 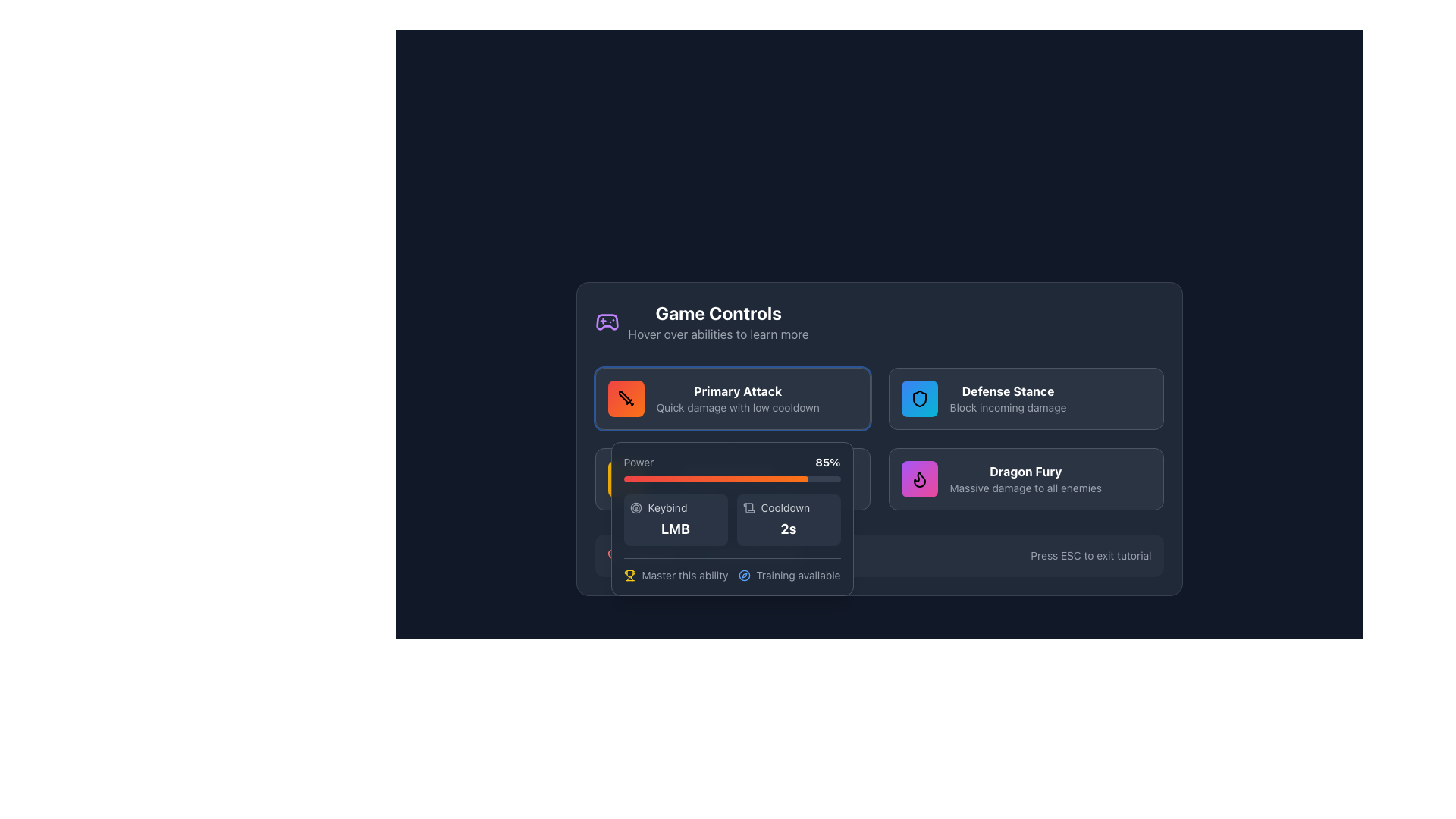 What do you see at coordinates (732, 479) in the screenshot?
I see `the 'Power' progress bar, which visually represents a metric at 85%` at bounding box center [732, 479].